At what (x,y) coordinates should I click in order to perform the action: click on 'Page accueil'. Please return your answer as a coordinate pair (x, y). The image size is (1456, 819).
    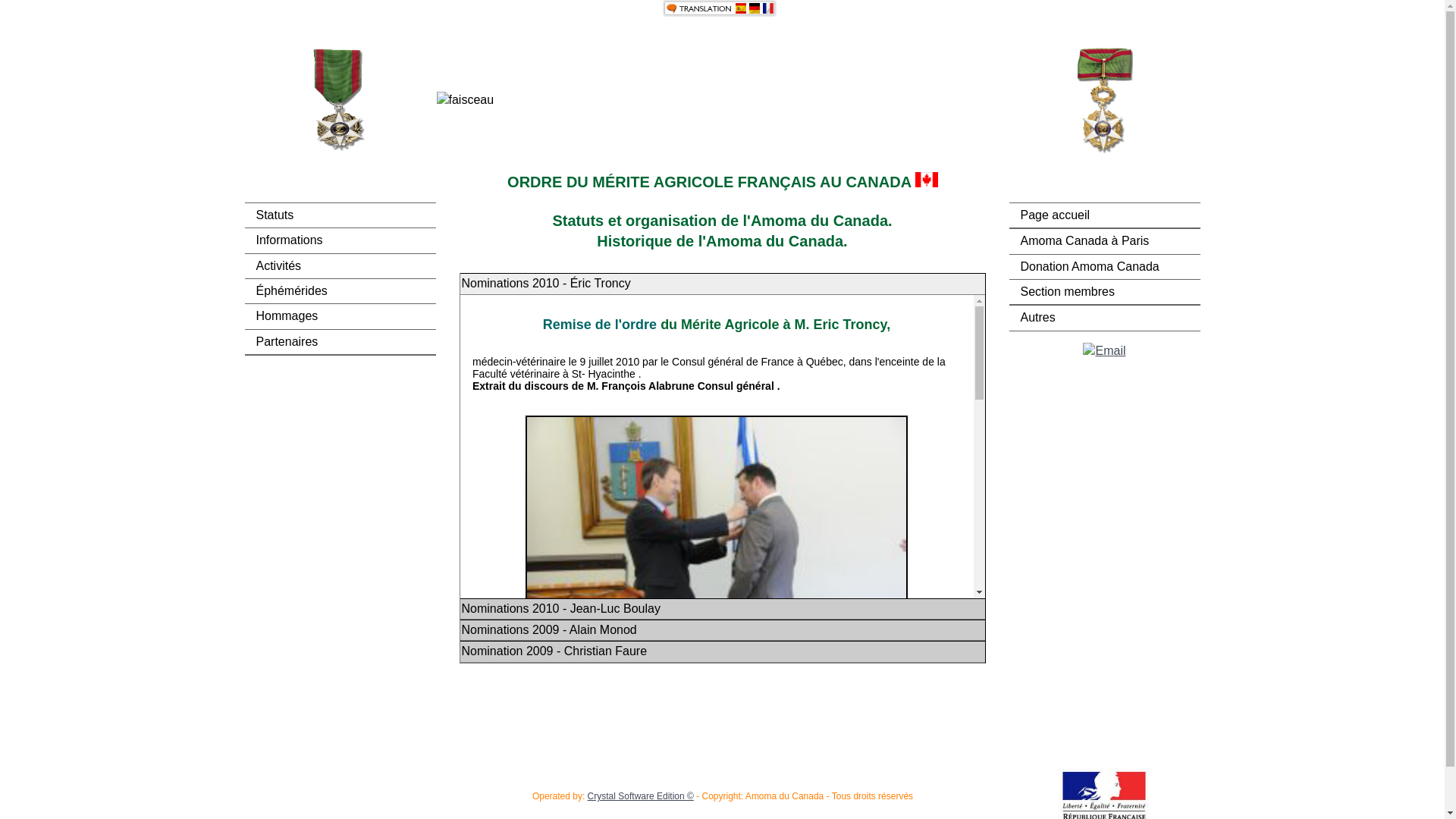
    Looking at the image, I should click on (1103, 215).